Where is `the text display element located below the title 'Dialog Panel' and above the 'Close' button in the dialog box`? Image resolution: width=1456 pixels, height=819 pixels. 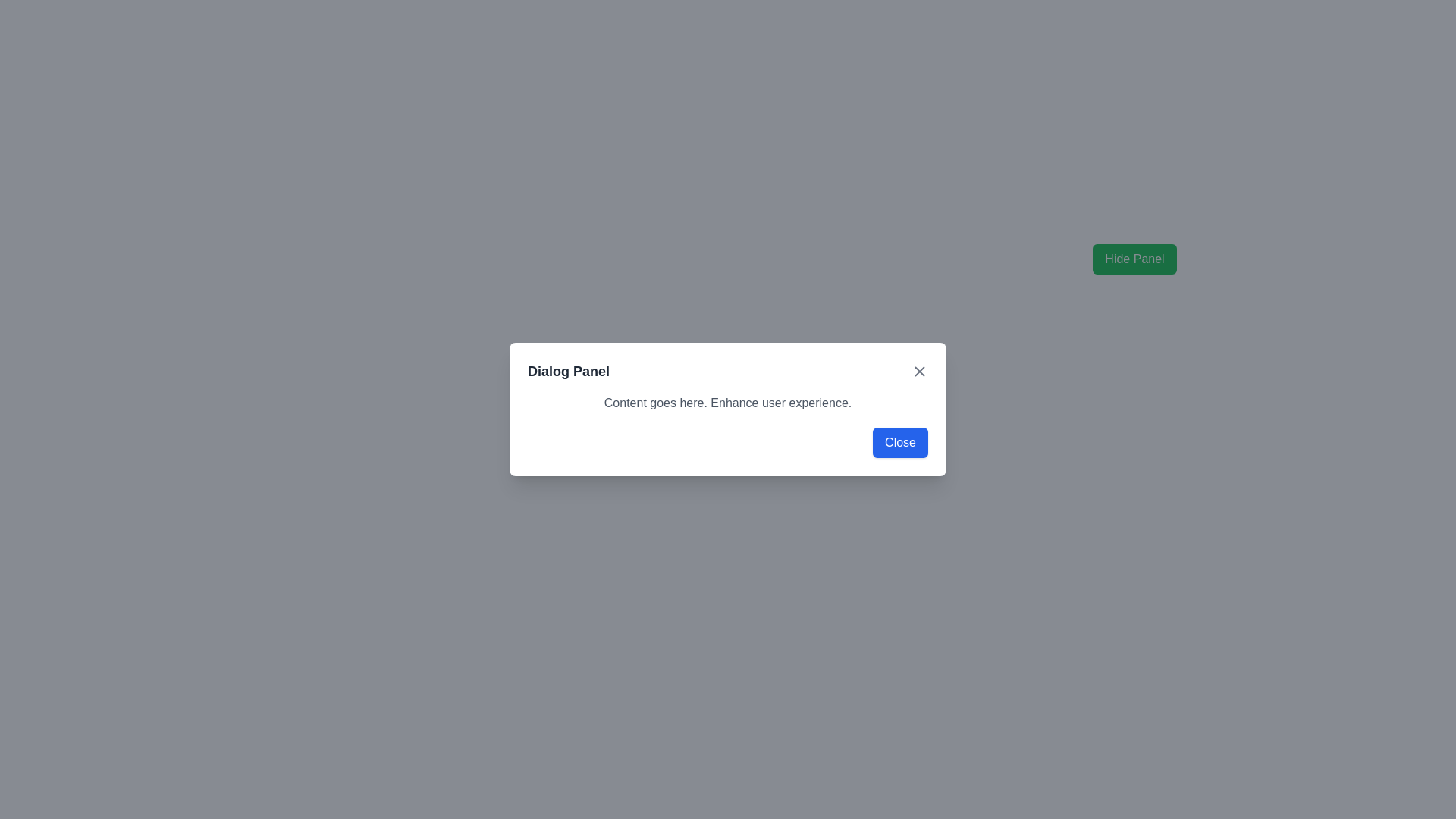
the text display element located below the title 'Dialog Panel' and above the 'Close' button in the dialog box is located at coordinates (728, 403).